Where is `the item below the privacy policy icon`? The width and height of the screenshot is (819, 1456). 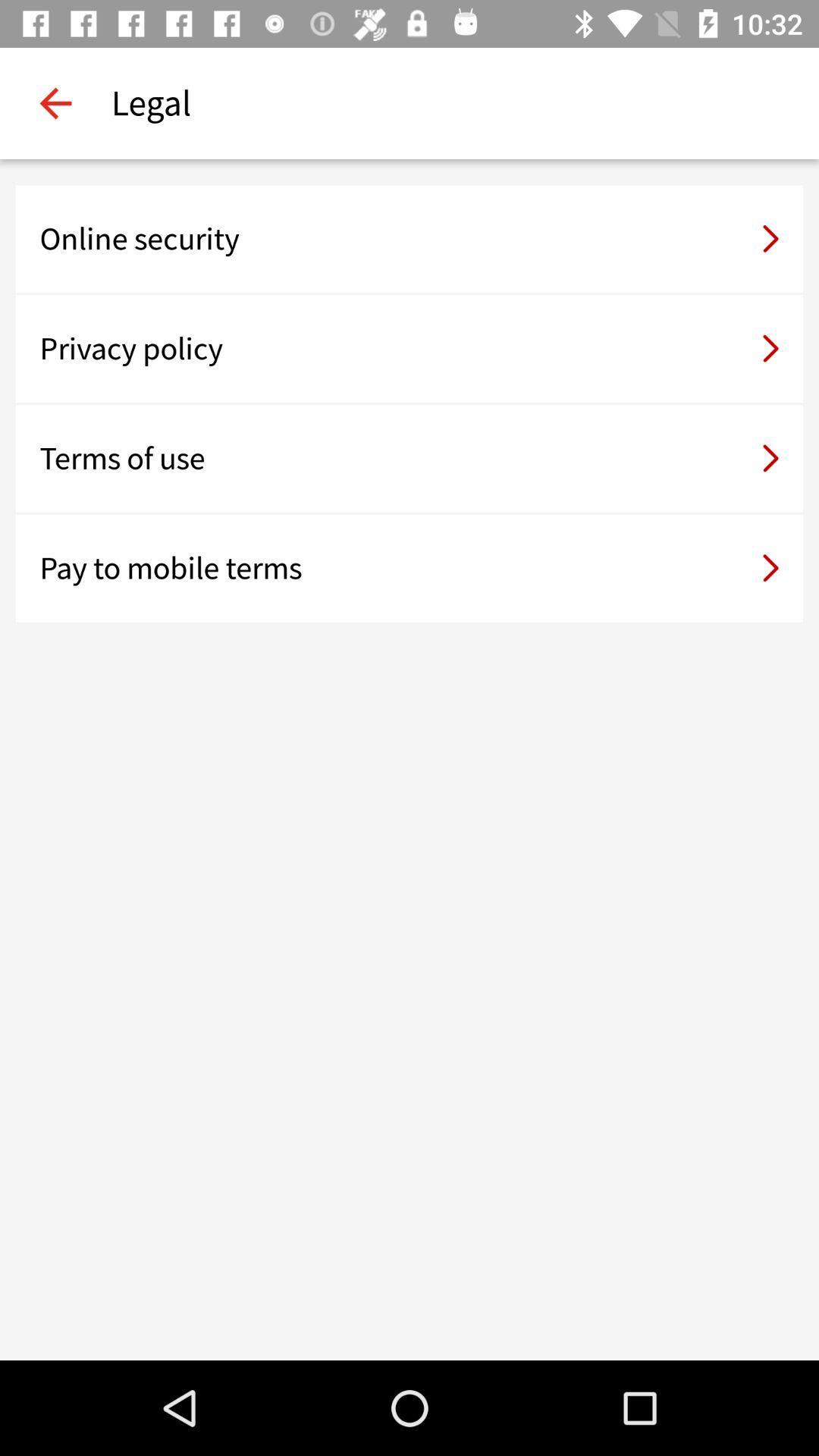 the item below the privacy policy icon is located at coordinates (409, 457).